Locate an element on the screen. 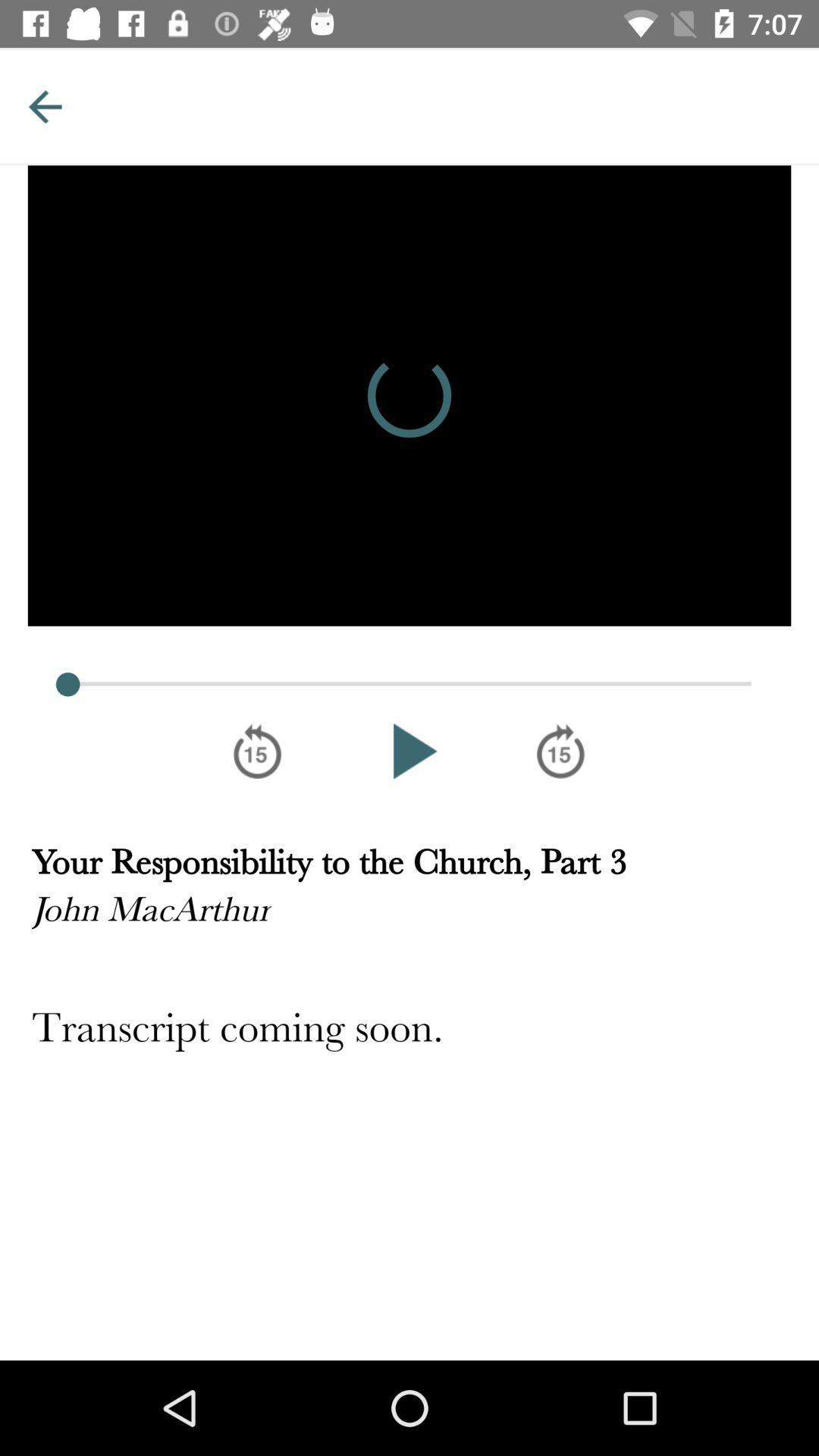 The image size is (819, 1456). previous is located at coordinates (44, 105).